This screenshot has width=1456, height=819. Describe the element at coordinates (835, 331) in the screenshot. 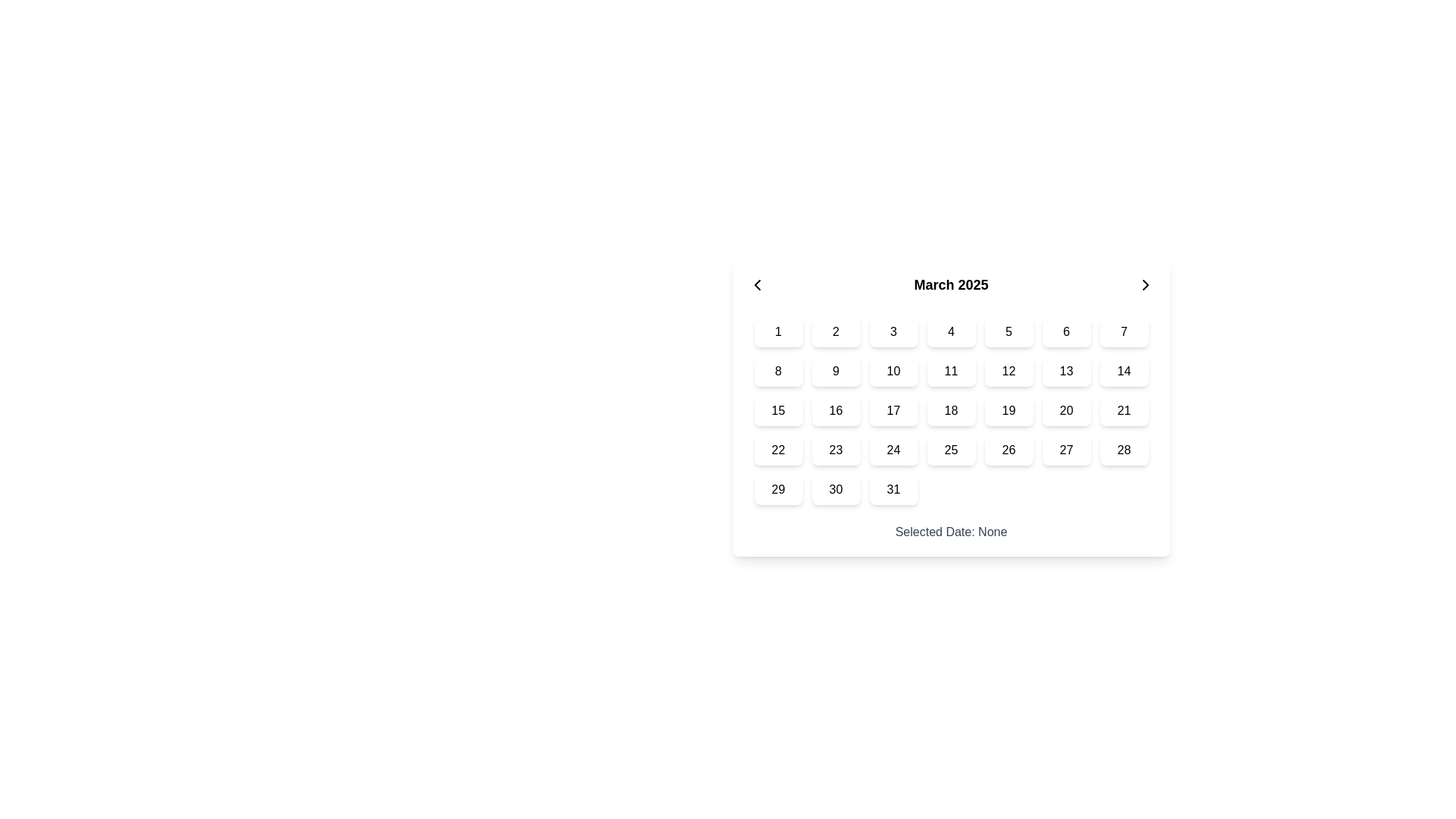

I see `the calendar day button representing the 2nd day of the month` at that location.